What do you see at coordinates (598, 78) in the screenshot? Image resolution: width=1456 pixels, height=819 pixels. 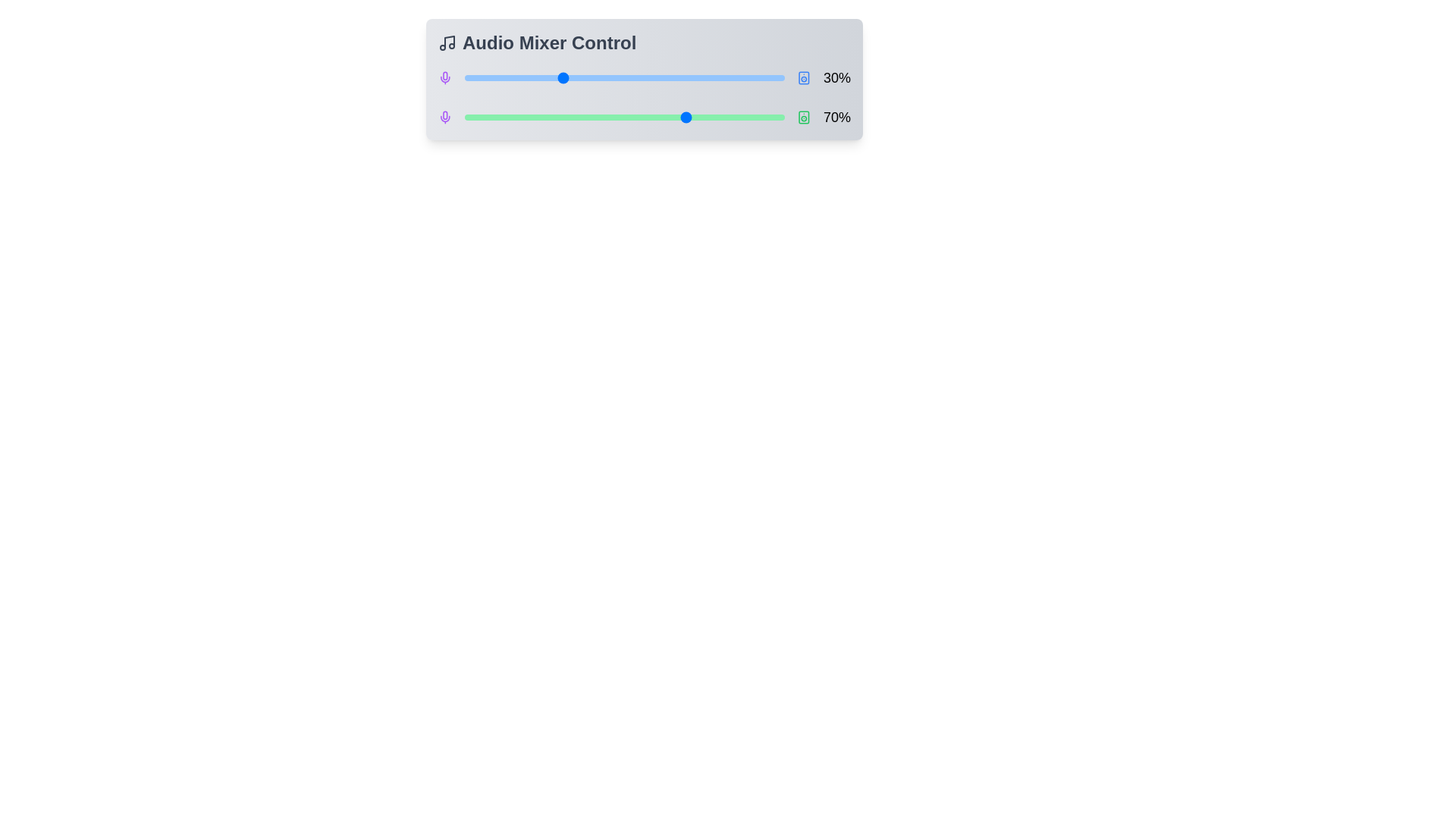 I see `the slider` at bounding box center [598, 78].